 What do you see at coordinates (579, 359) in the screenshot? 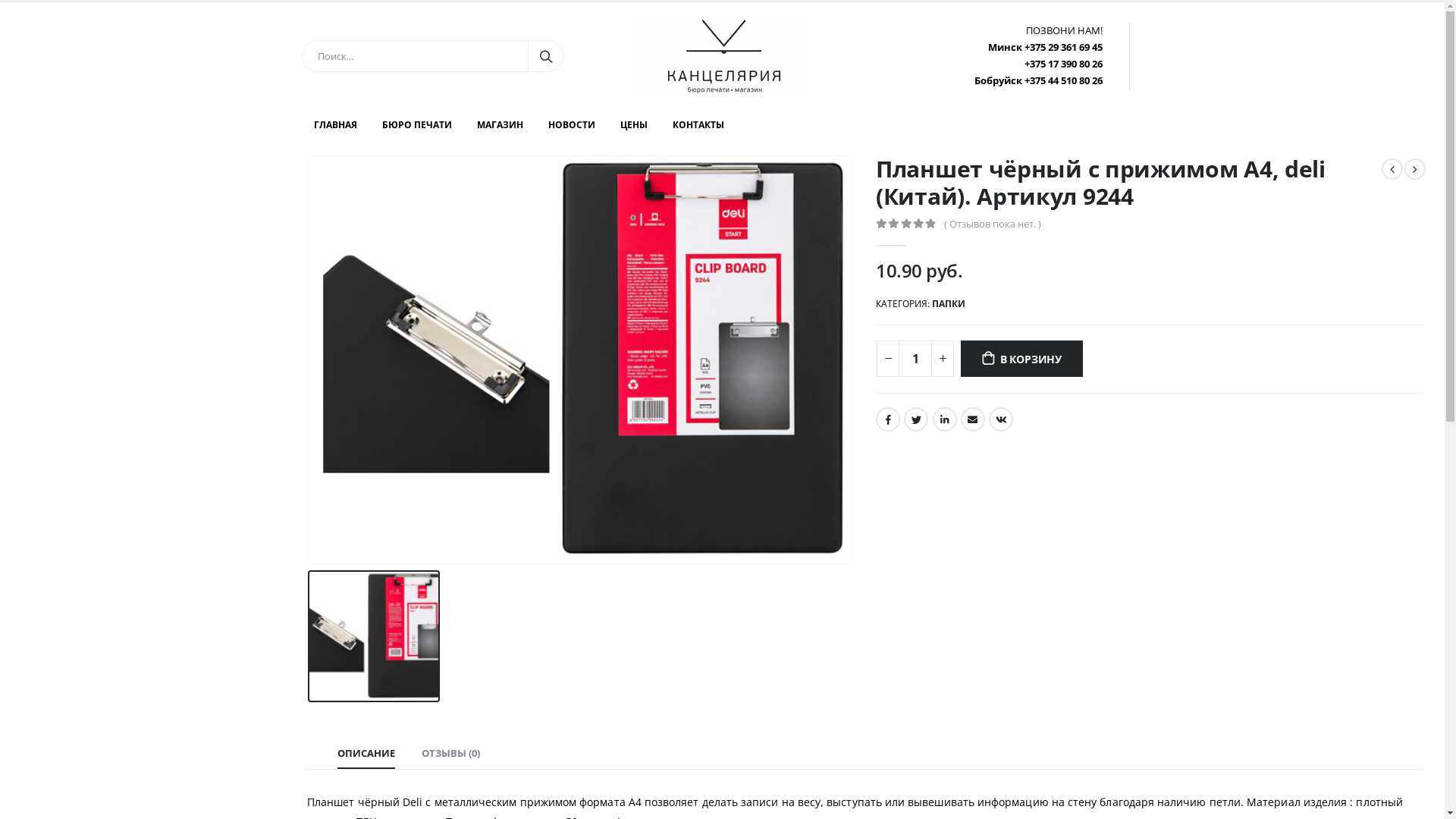
I see `'9244-planshet-prizim-deli'` at bounding box center [579, 359].